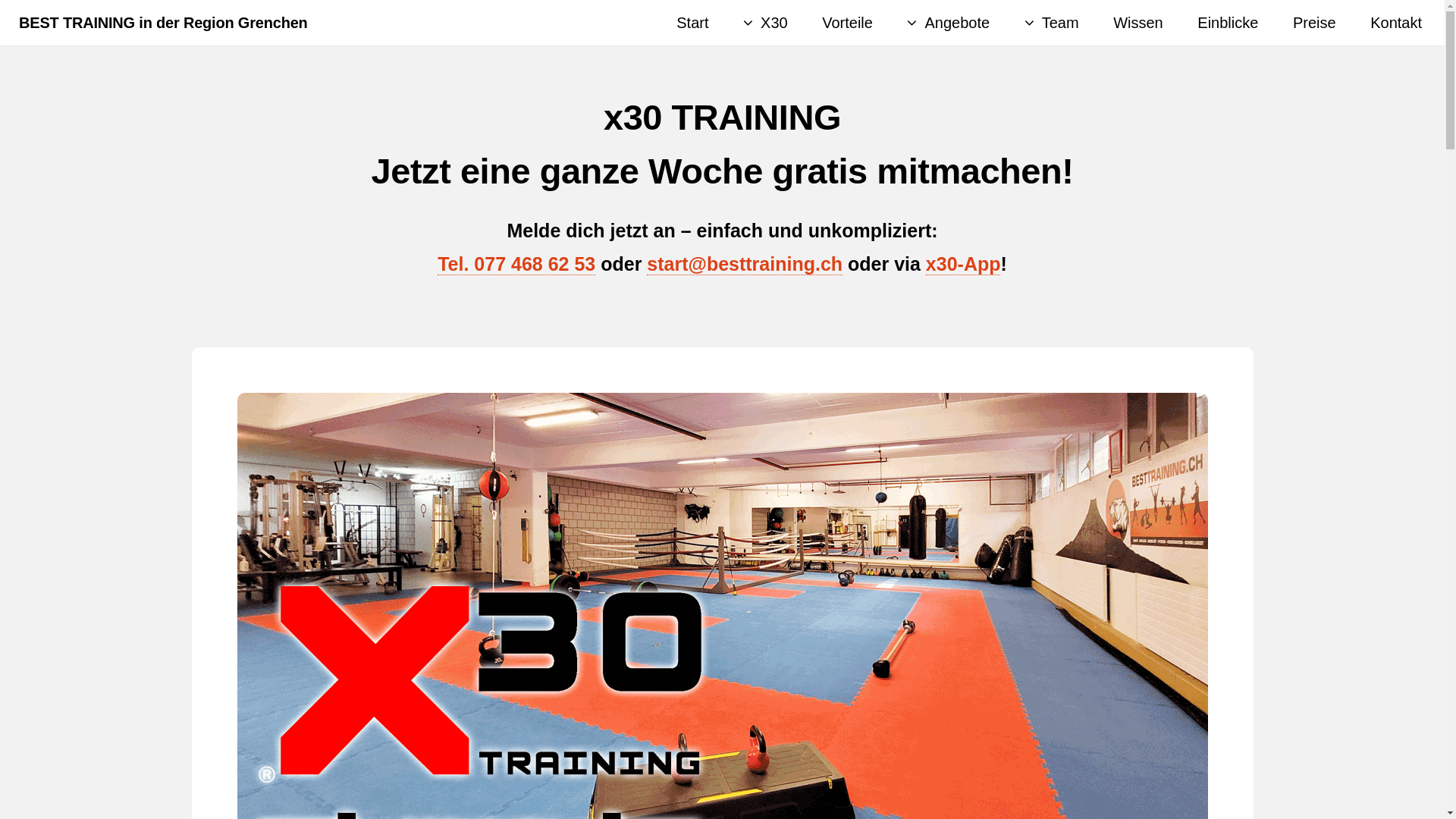 This screenshot has width=1456, height=819. Describe the element at coordinates (745, 263) in the screenshot. I see `'start@besttraining.ch'` at that location.